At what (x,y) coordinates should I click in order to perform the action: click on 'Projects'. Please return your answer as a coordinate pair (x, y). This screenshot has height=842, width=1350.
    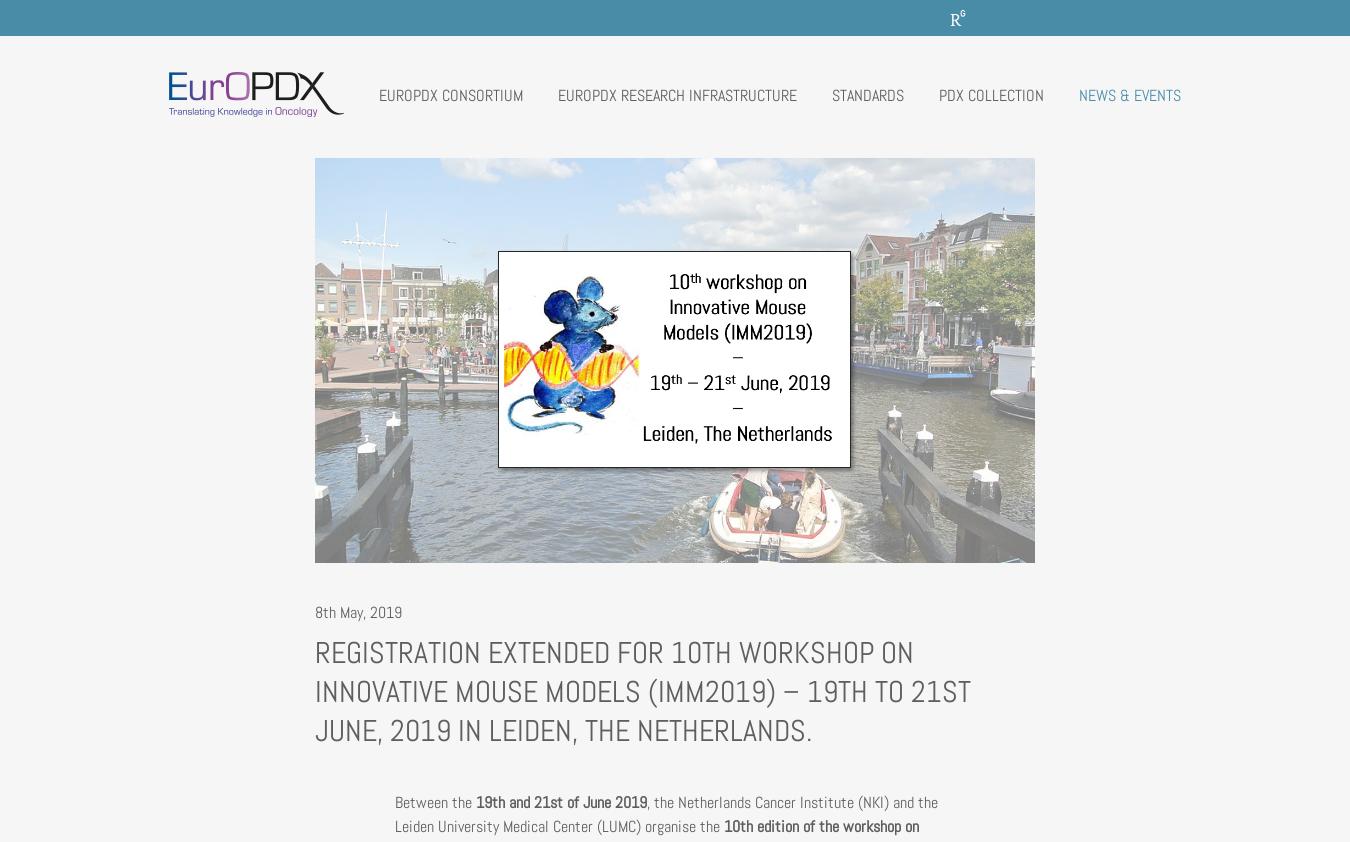
    Looking at the image, I should click on (430, 319).